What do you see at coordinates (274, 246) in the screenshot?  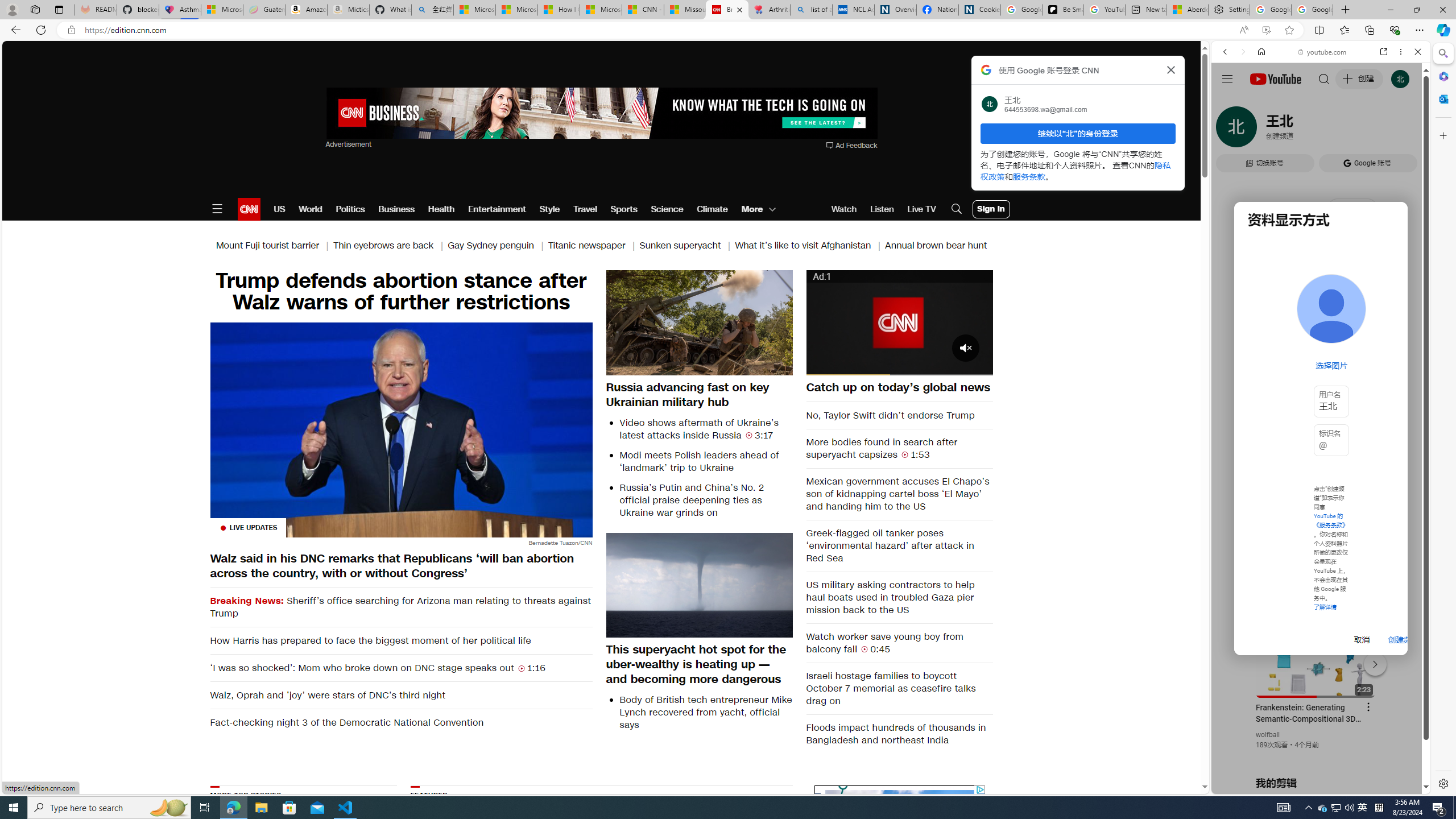 I see `'Mount Fuji tourist barrier |'` at bounding box center [274, 246].